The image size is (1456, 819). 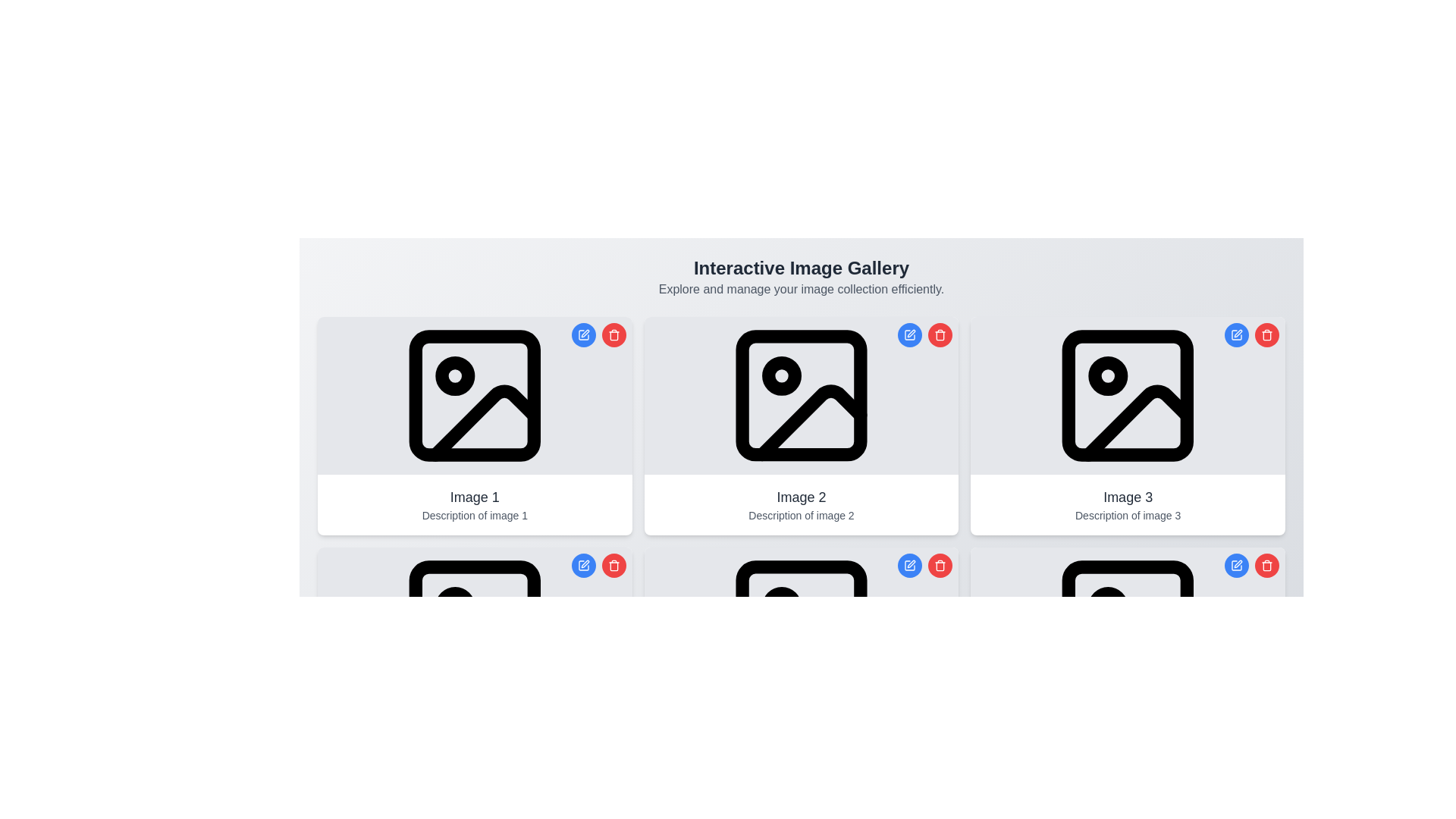 I want to click on the blue button located at the top-right corner of the first image card, so click(x=598, y=334).